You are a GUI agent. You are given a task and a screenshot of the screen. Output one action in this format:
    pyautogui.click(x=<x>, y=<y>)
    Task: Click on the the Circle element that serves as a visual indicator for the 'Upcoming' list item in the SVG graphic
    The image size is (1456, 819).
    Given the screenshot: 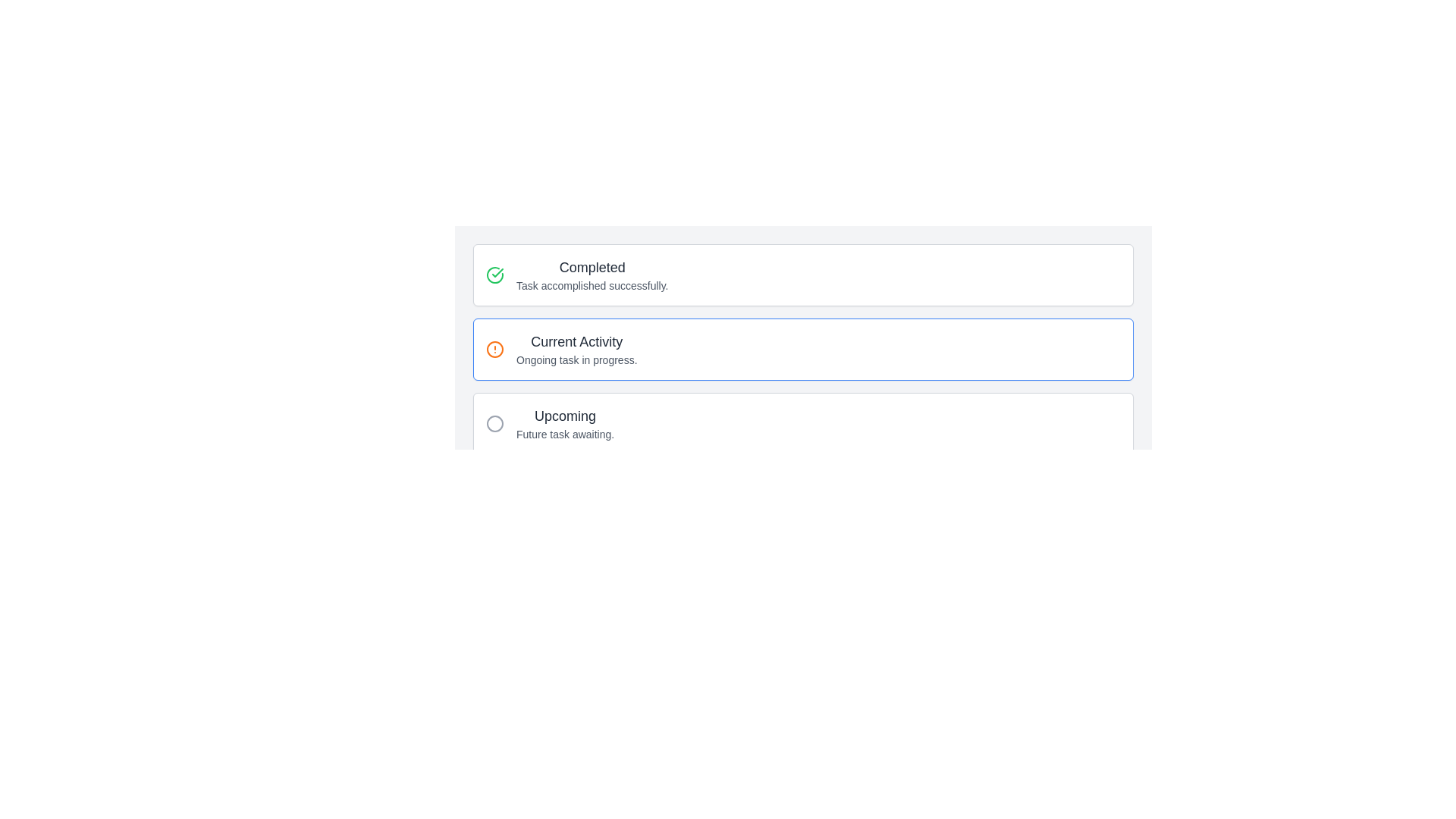 What is the action you would take?
    pyautogui.click(x=494, y=424)
    